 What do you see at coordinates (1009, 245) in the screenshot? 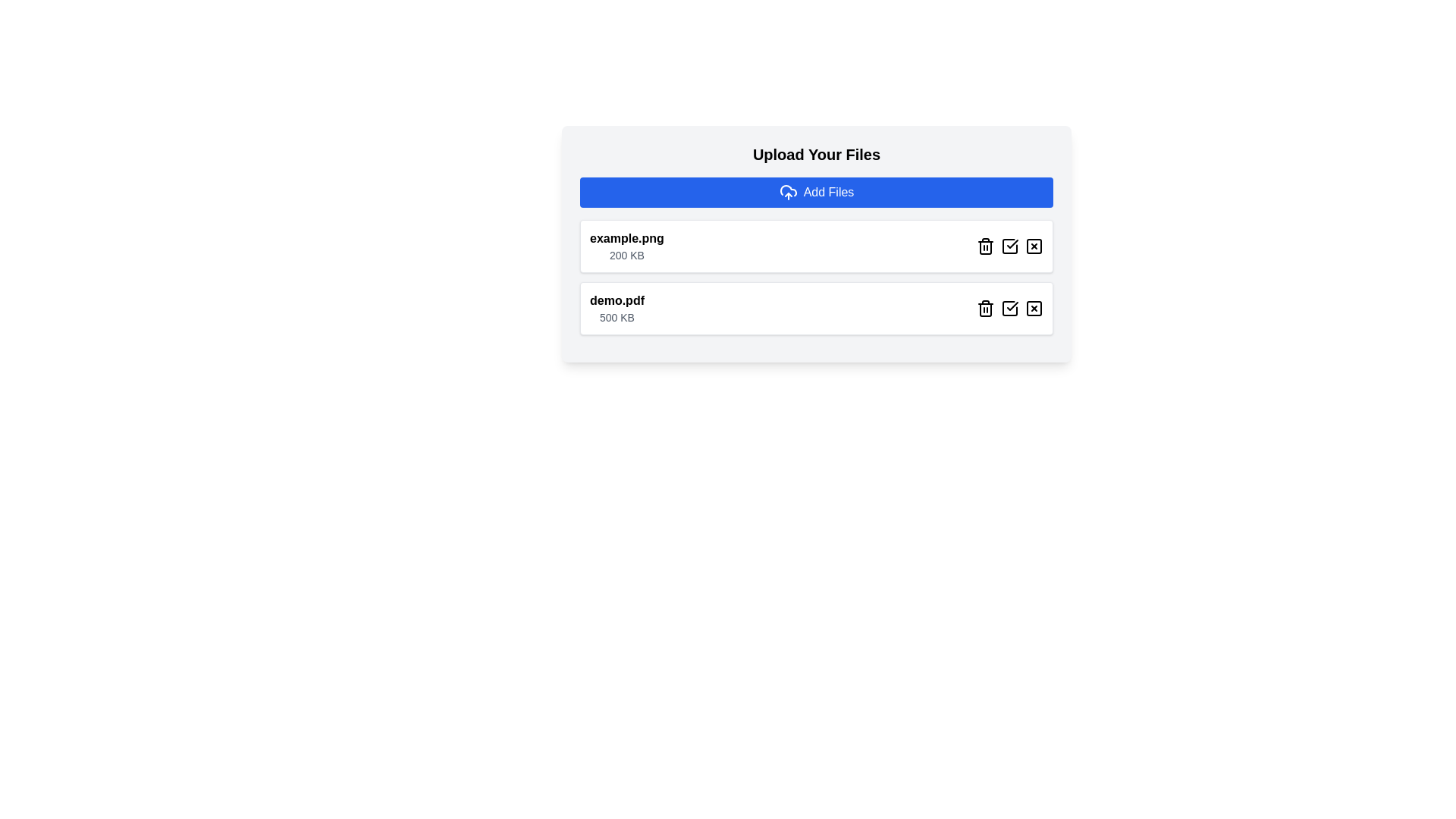
I see `the second button in the row of interactive icons, which has a checklist icon and is located between the trash icon and close icon, to mark the file 'example.png 200 KB' as selected or completed` at bounding box center [1009, 245].